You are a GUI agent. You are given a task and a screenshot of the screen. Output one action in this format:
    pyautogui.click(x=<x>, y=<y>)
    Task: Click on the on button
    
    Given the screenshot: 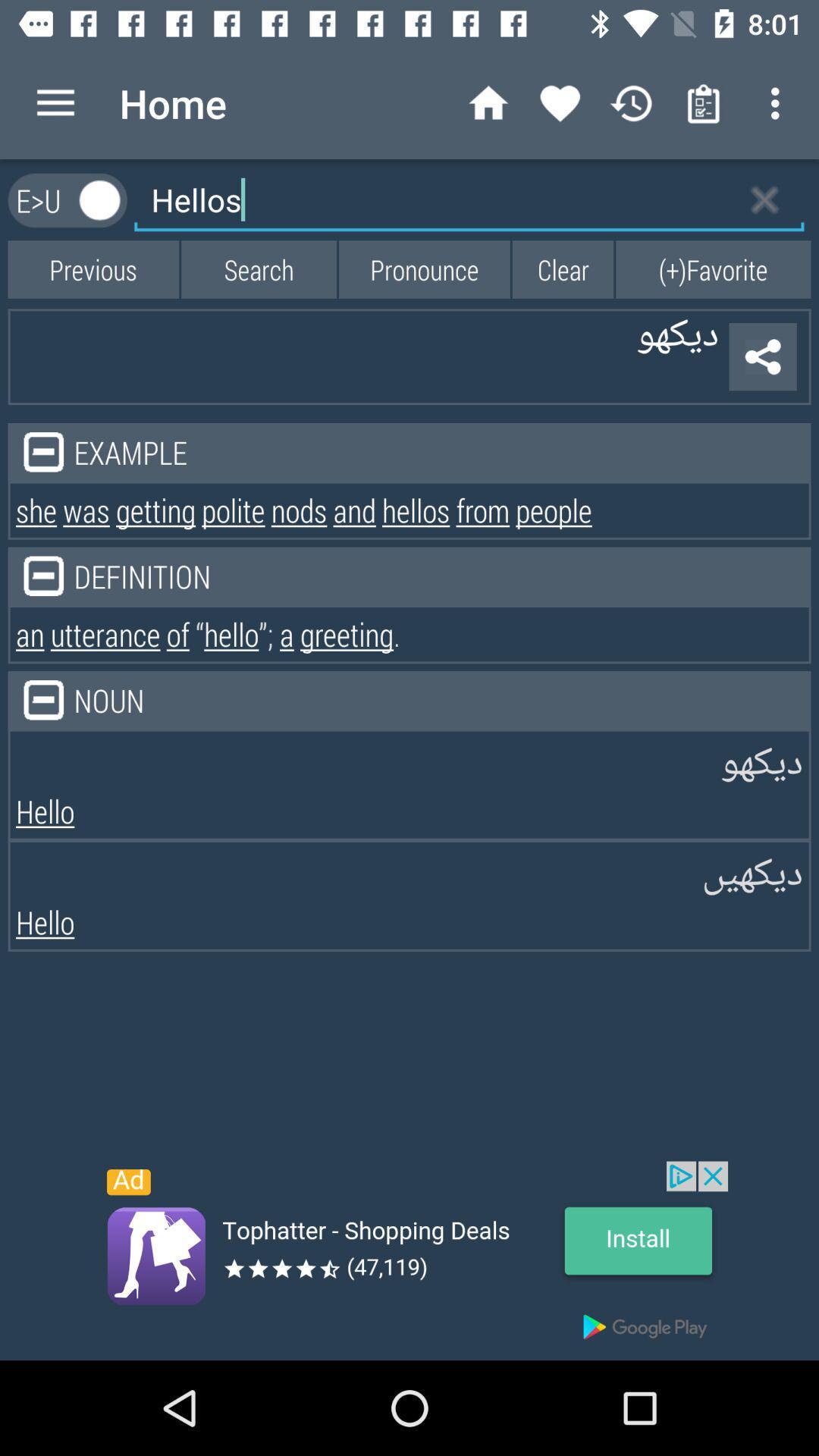 What is the action you would take?
    pyautogui.click(x=100, y=199)
    